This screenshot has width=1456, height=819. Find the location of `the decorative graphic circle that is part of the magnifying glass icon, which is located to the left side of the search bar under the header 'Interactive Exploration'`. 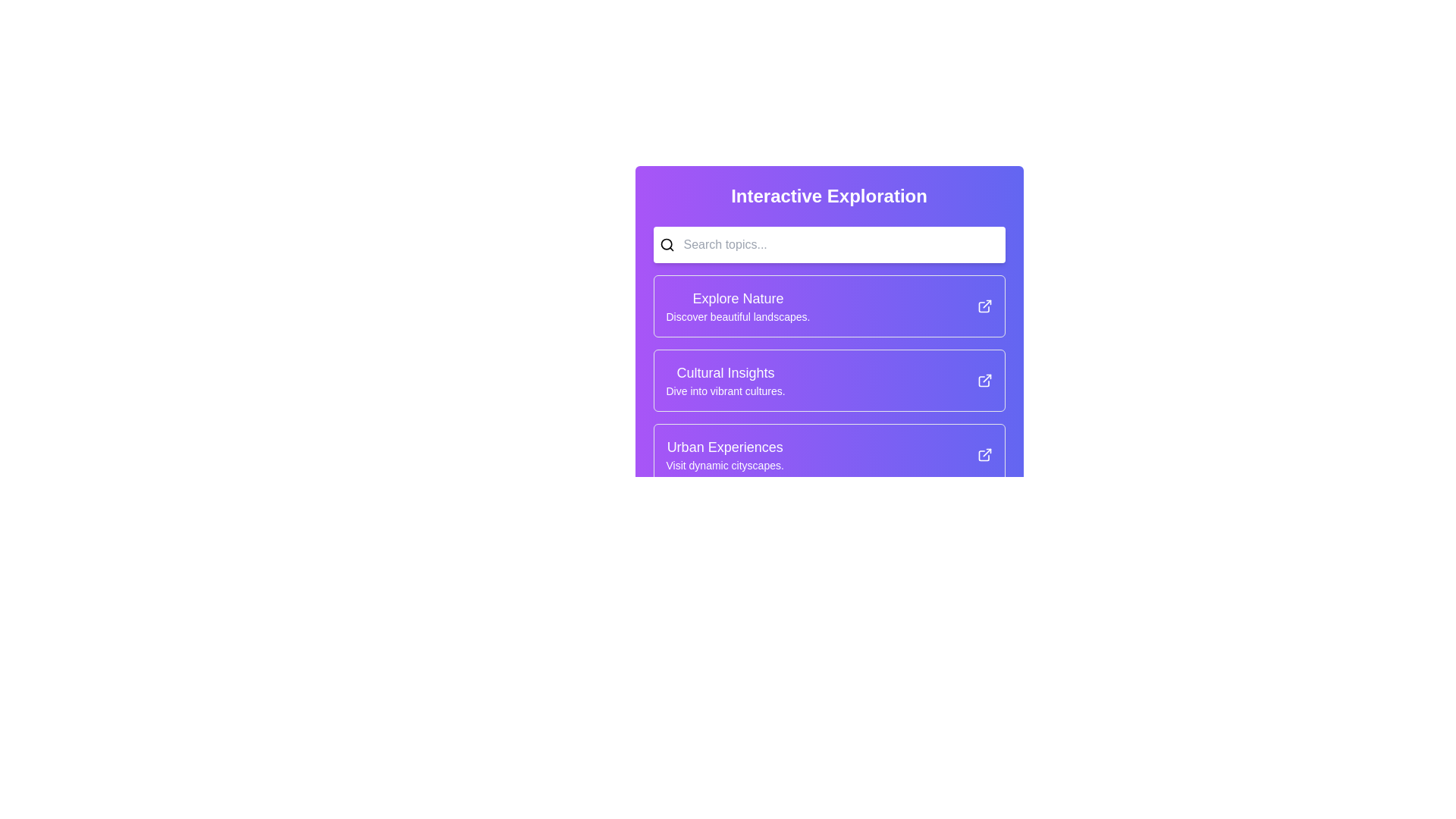

the decorative graphic circle that is part of the magnifying glass icon, which is located to the left side of the search bar under the header 'Interactive Exploration' is located at coordinates (666, 243).